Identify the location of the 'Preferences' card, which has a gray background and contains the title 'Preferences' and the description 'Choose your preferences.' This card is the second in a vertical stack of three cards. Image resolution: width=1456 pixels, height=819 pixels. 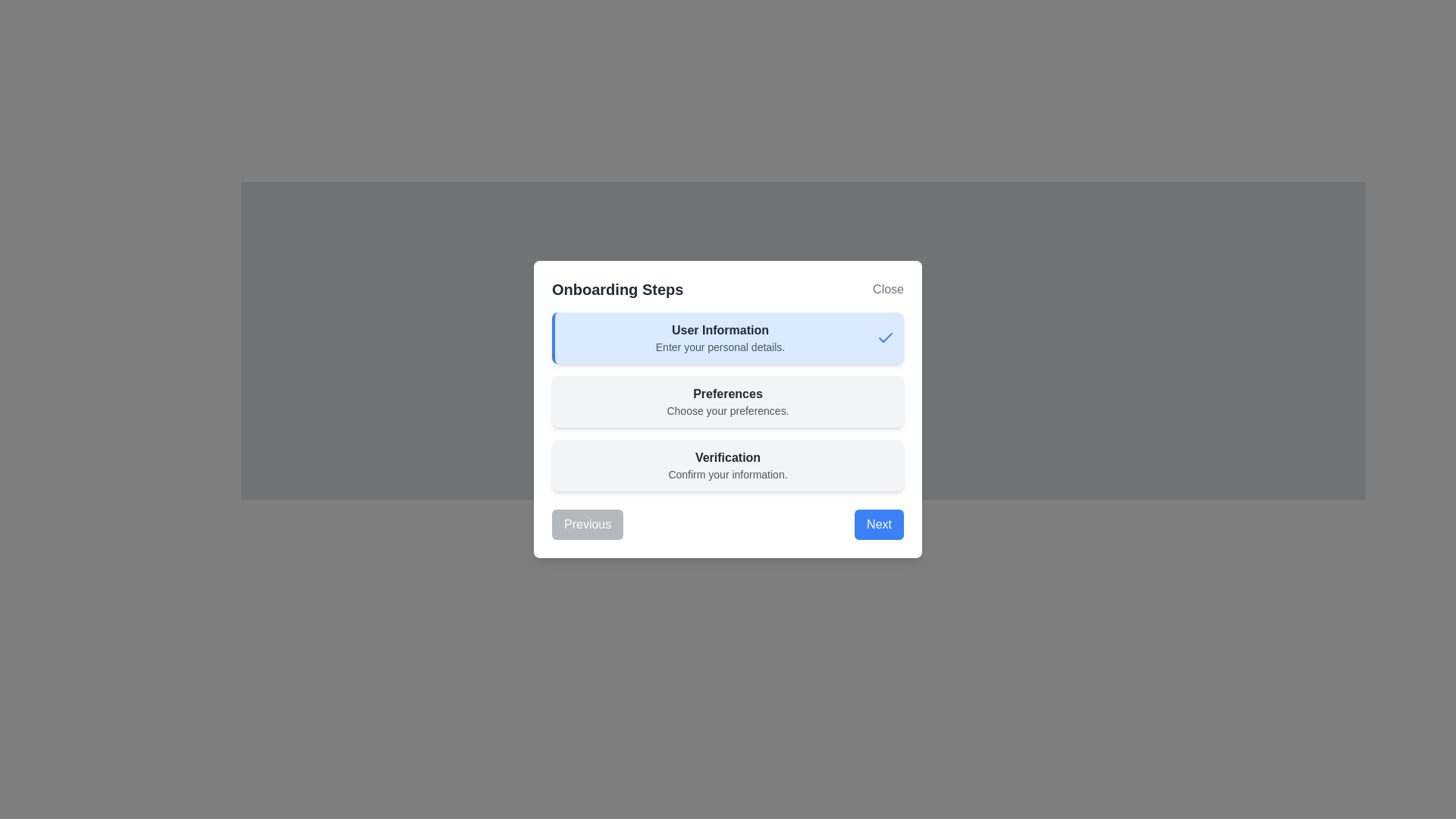
(728, 400).